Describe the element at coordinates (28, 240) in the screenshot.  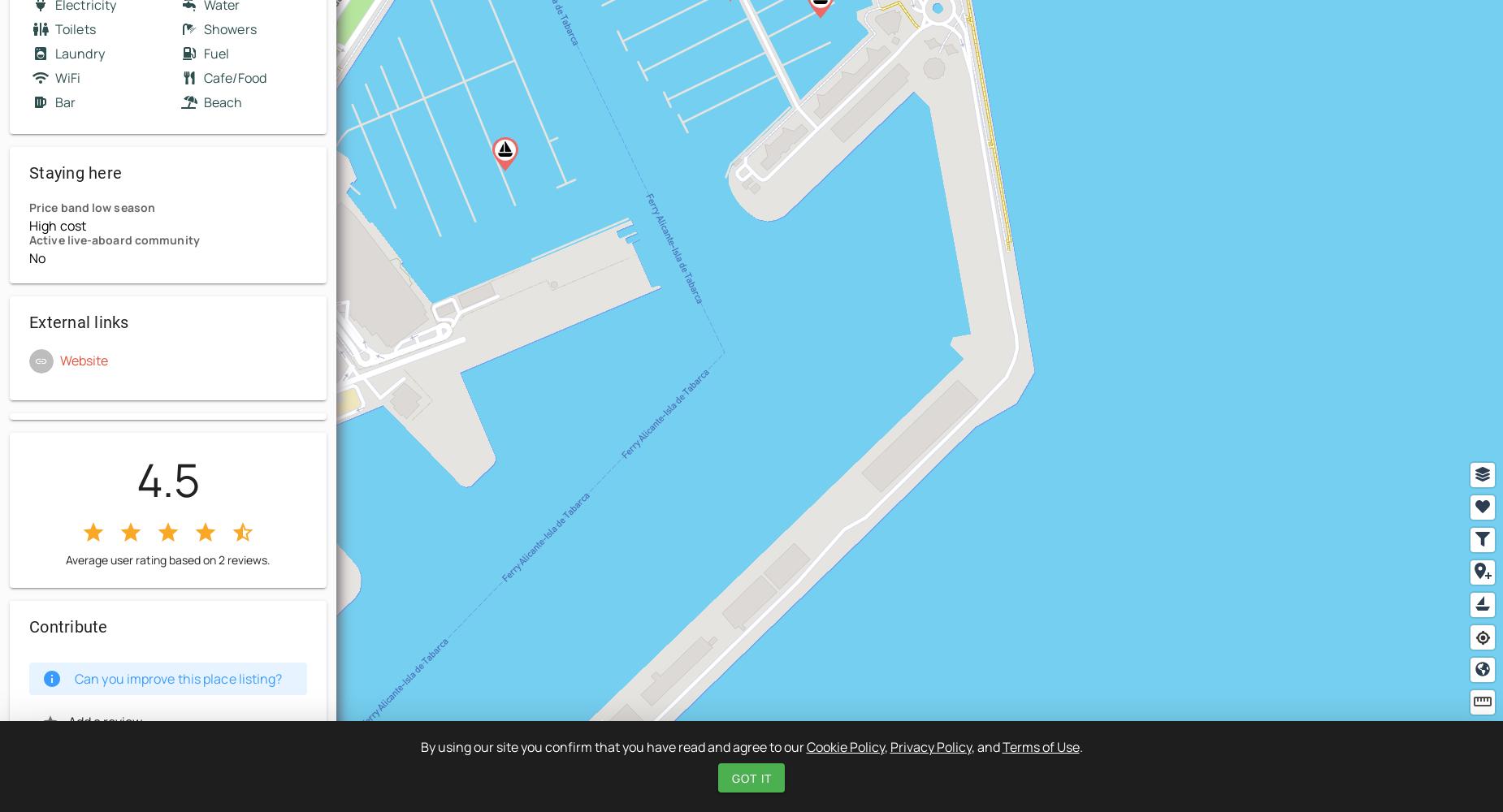
I see `'Active live-aboard community'` at that location.